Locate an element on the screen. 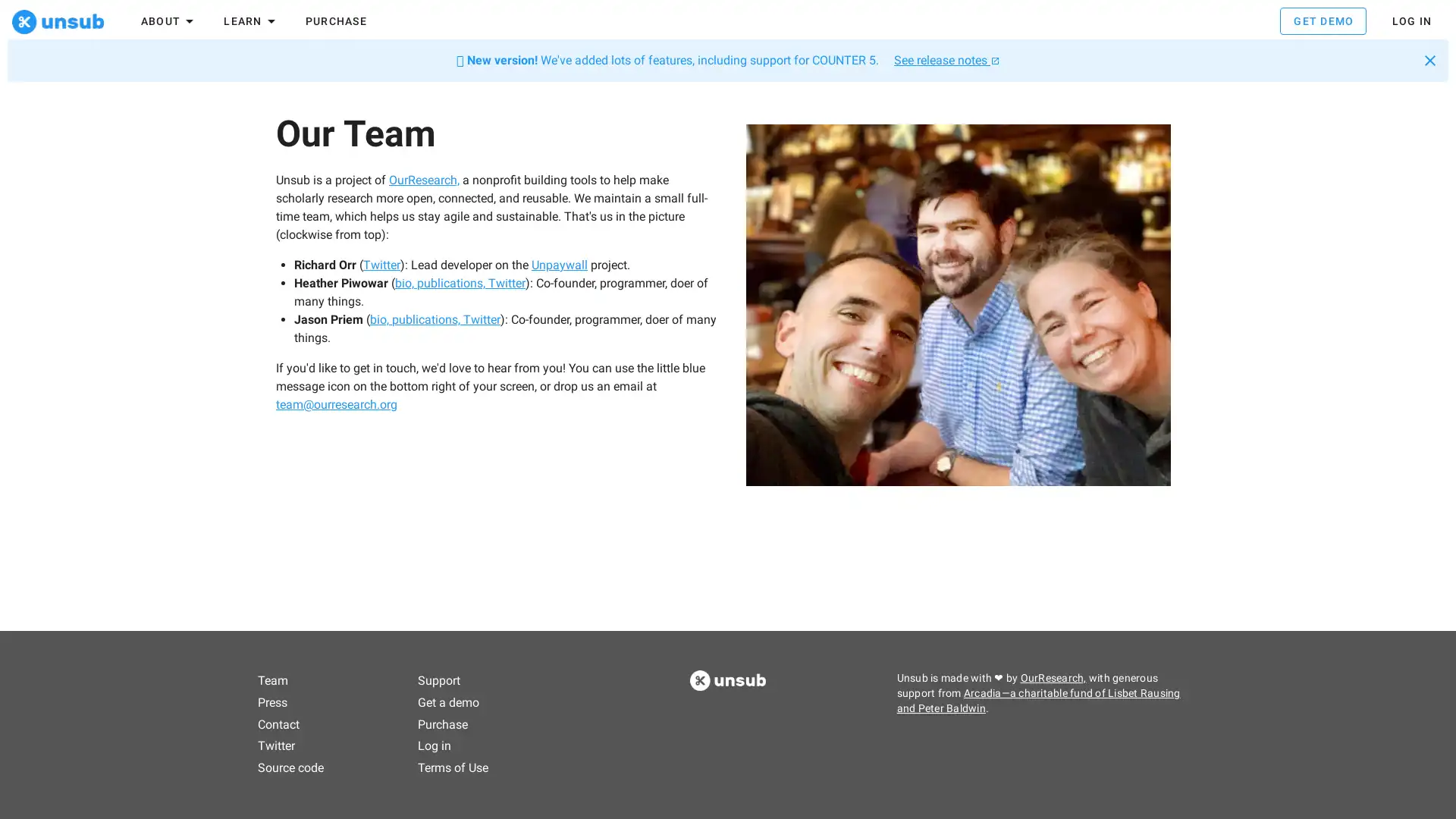  ABOUT is located at coordinates (168, 24).